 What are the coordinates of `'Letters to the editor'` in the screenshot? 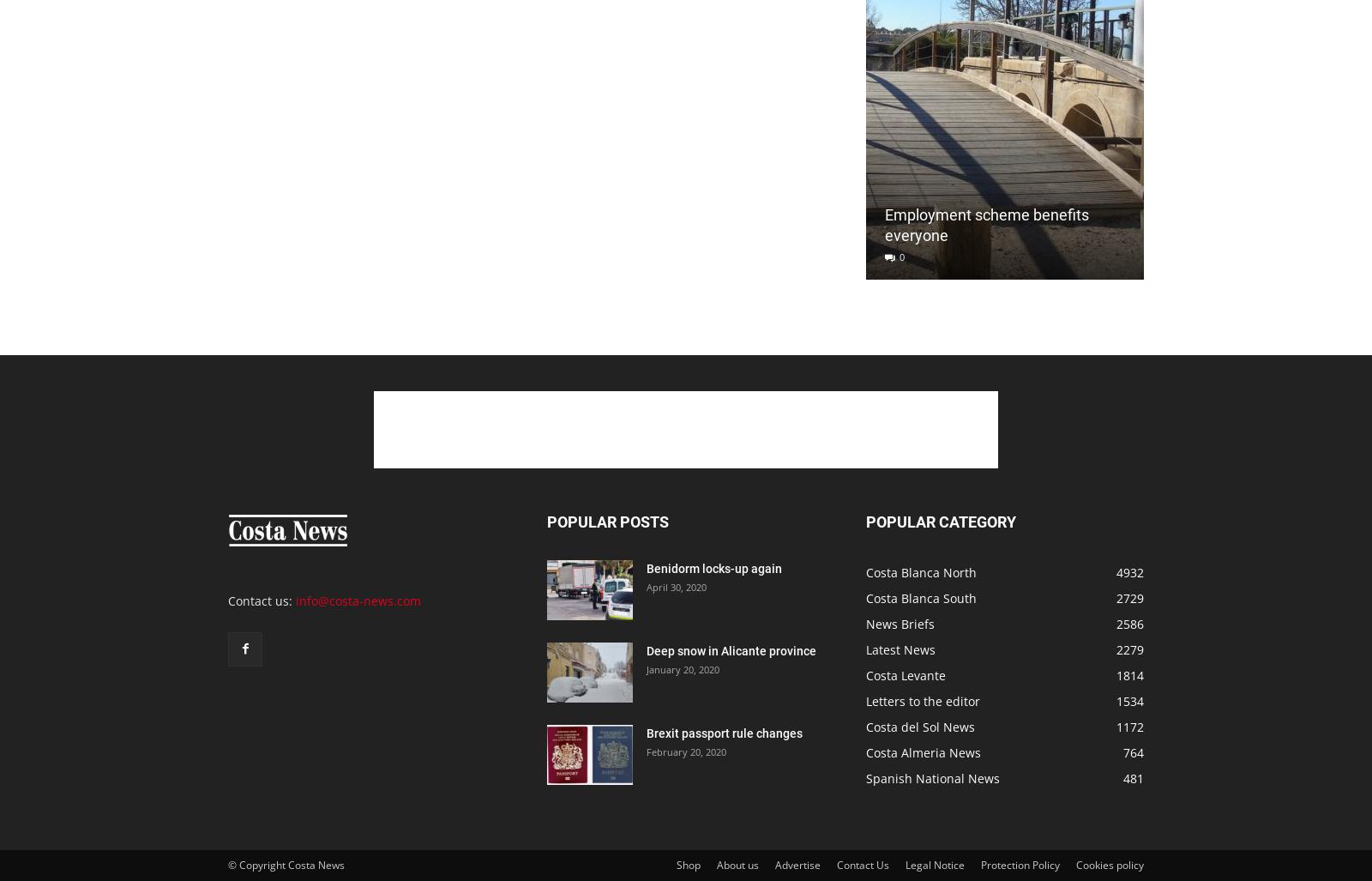 It's located at (923, 701).